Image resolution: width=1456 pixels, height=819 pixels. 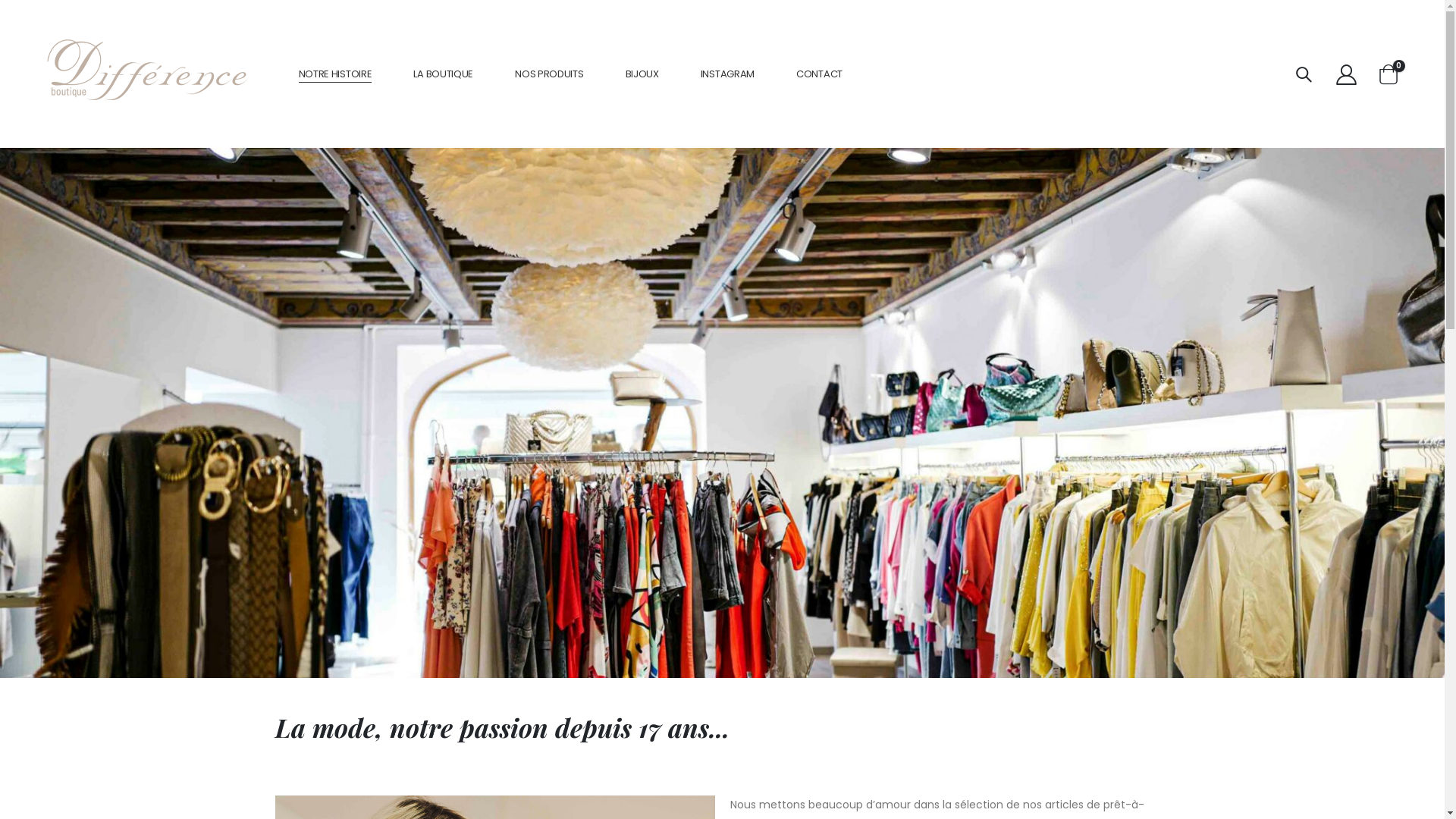 I want to click on 'BIJOUX', so click(x=642, y=74).